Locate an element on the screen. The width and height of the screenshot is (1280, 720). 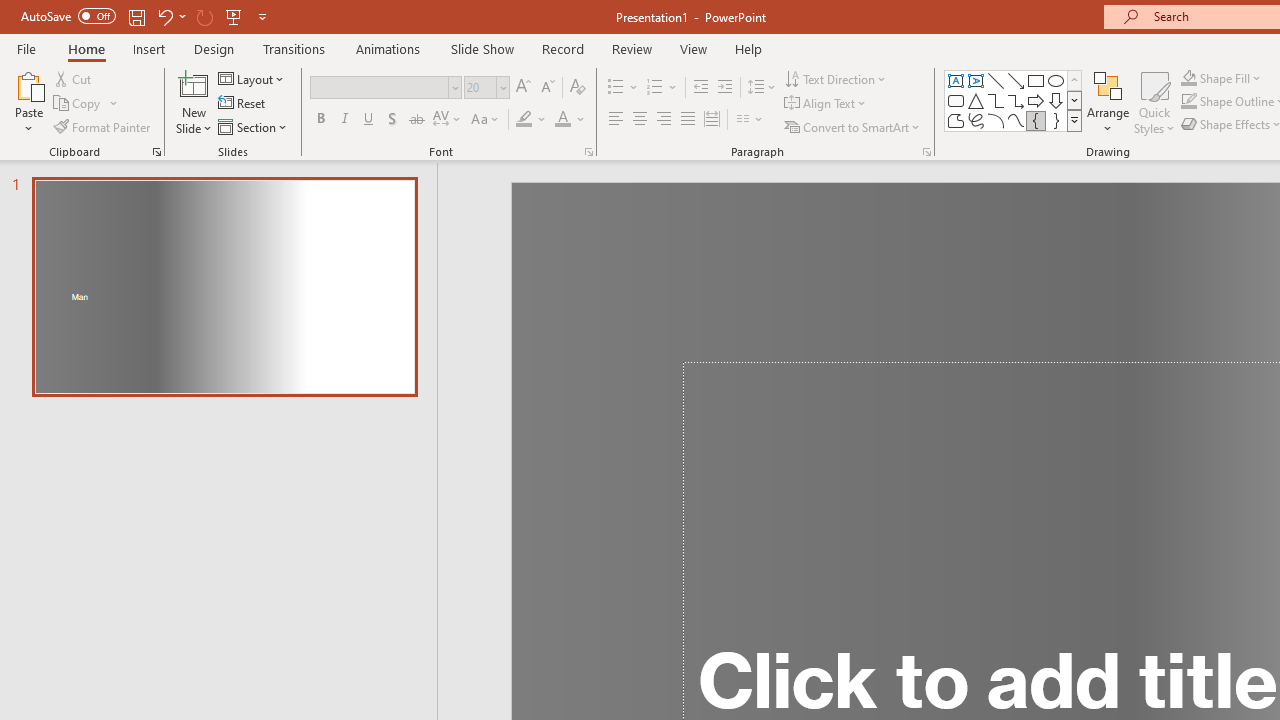
'Clear Formatting' is located at coordinates (576, 86).